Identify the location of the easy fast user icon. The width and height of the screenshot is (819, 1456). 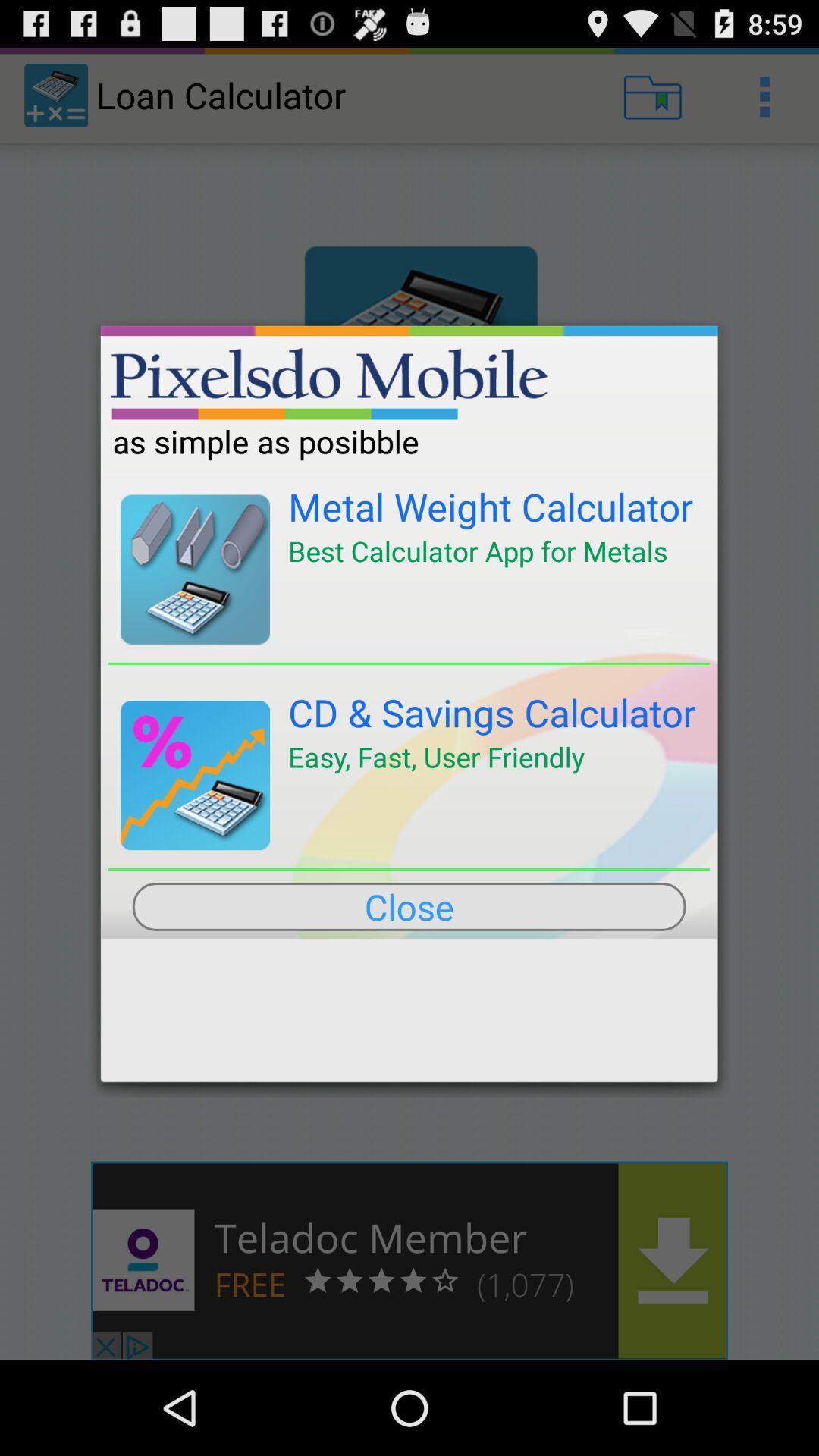
(436, 757).